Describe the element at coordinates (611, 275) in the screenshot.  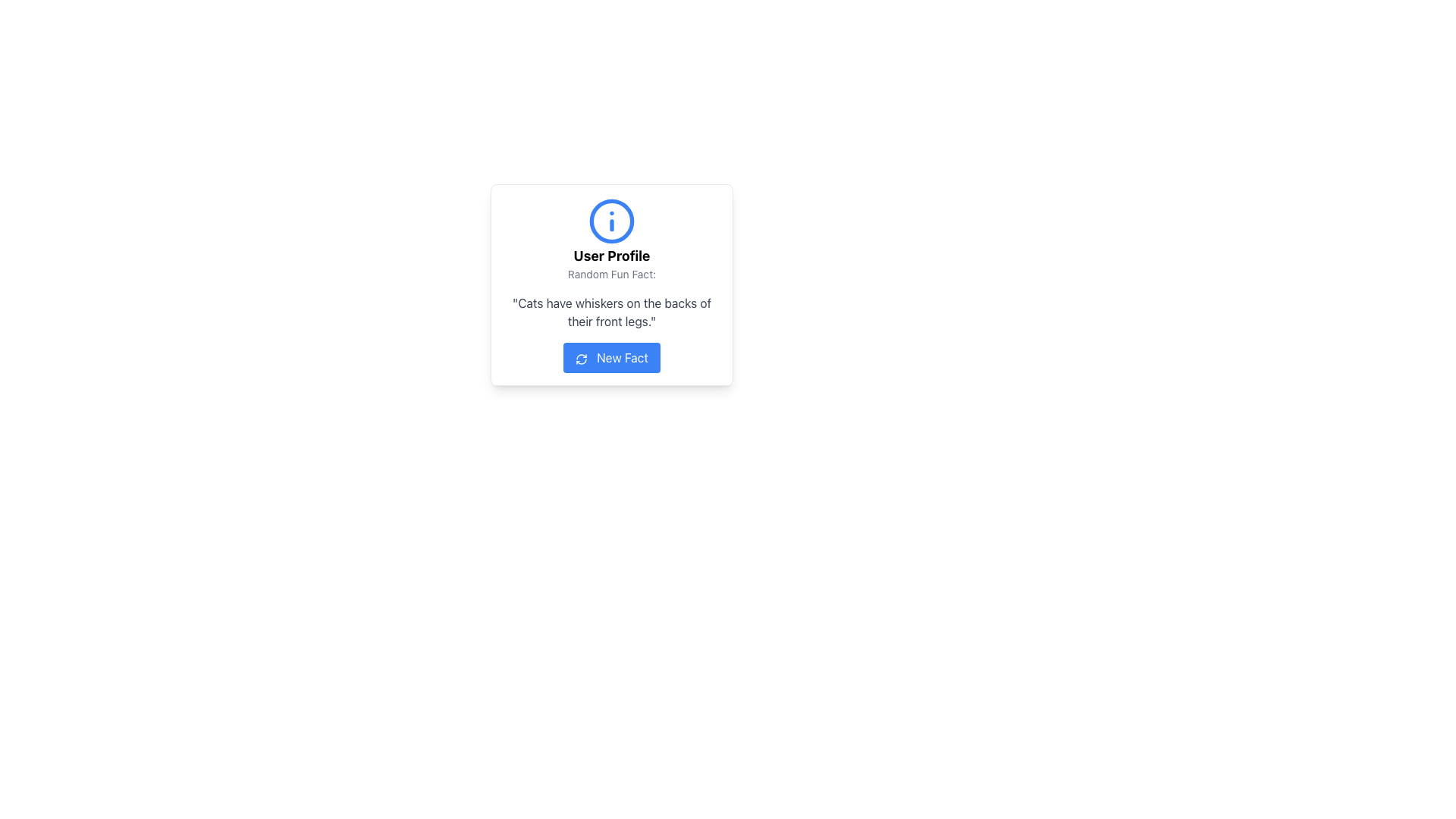
I see `the static informative text that reads 'Random Fun Fact:', which is styled in a small gray font and located directly below 'User Profile'` at that location.